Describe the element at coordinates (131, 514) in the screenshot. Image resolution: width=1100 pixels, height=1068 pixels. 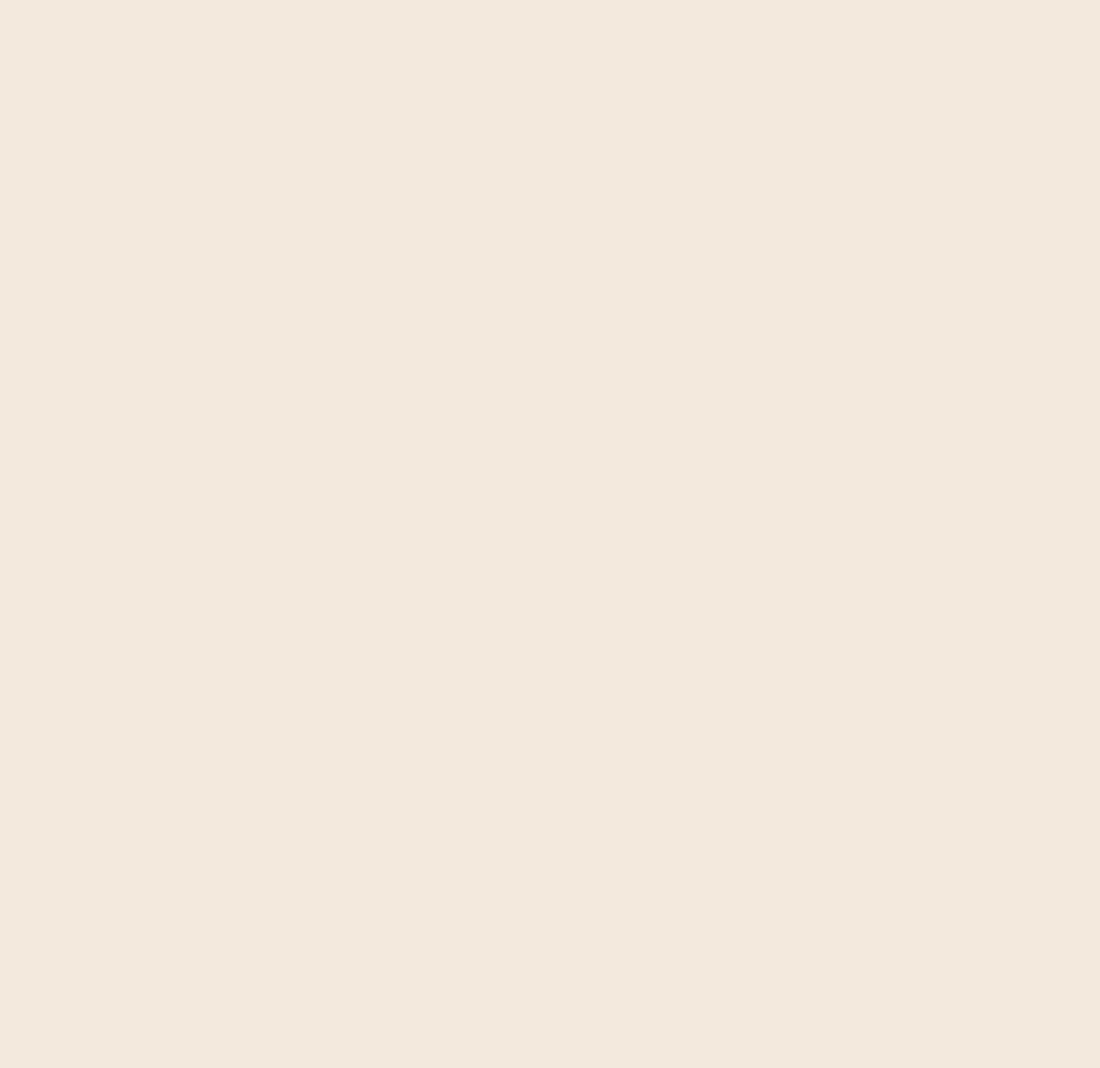
I see `'Download English'` at that location.